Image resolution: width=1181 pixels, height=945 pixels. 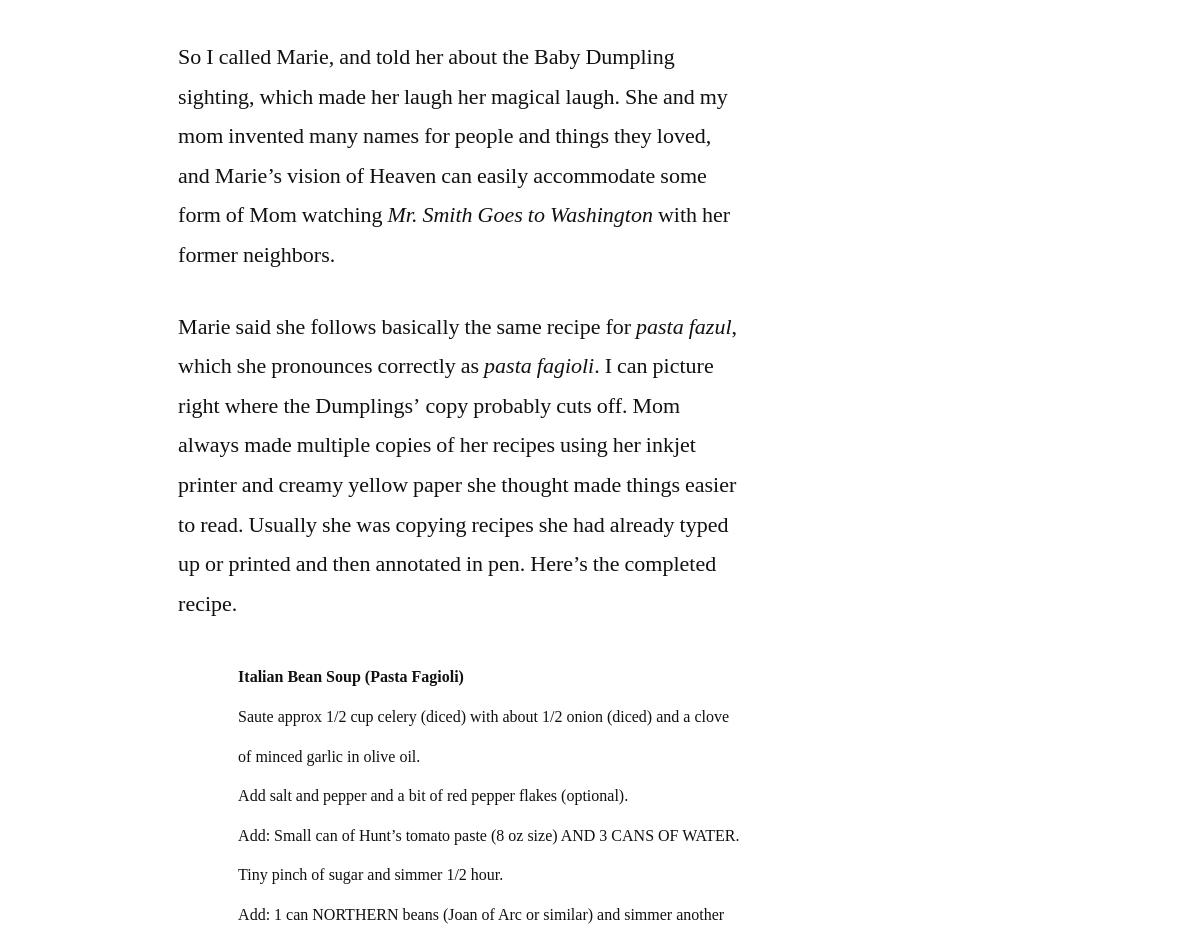 What do you see at coordinates (432, 794) in the screenshot?
I see `'Add salt and pepper and a bit of red pepper flakes (optional).'` at bounding box center [432, 794].